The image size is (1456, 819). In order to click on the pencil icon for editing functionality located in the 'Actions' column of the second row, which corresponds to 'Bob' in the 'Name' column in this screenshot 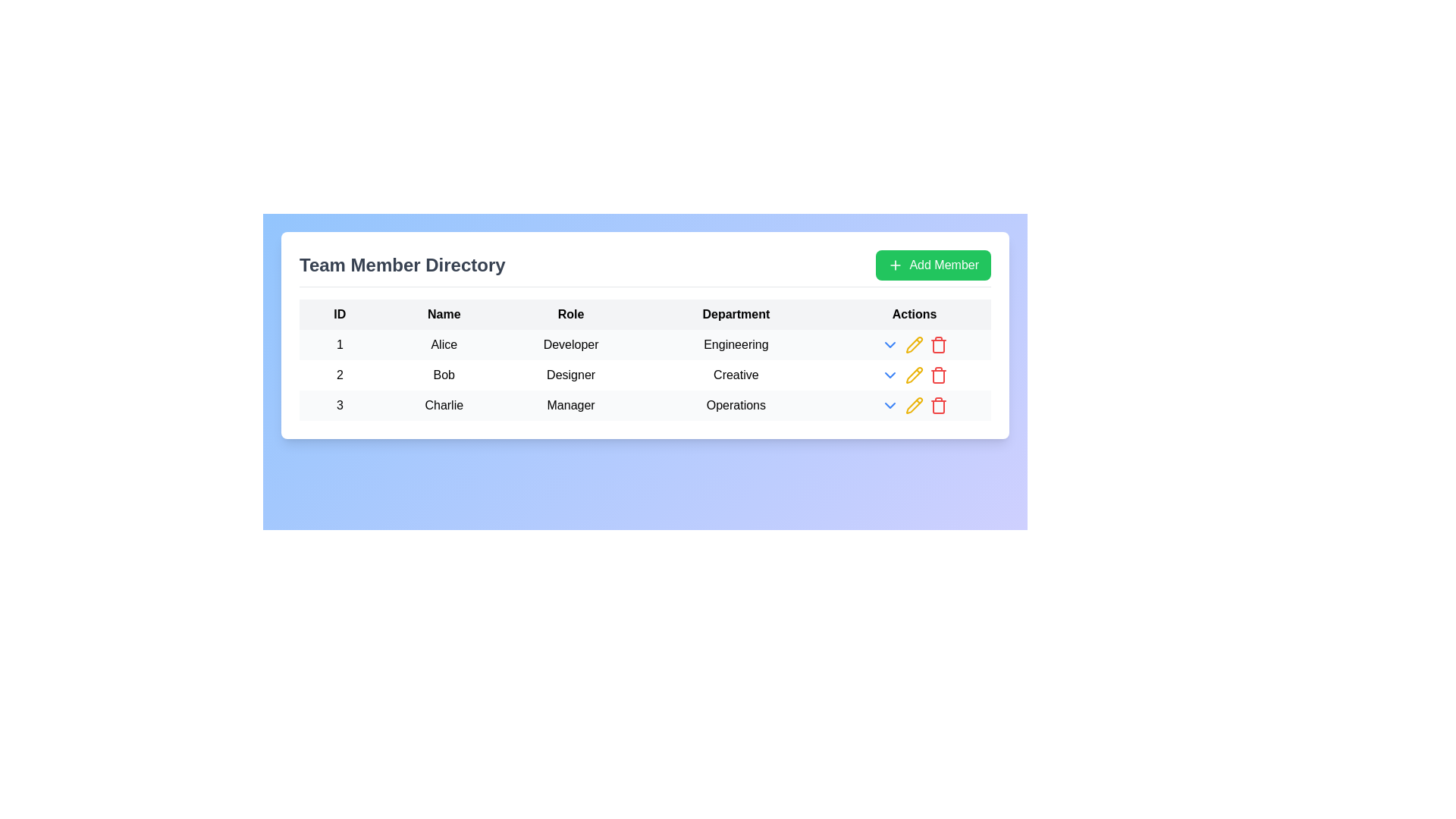, I will do `click(914, 375)`.